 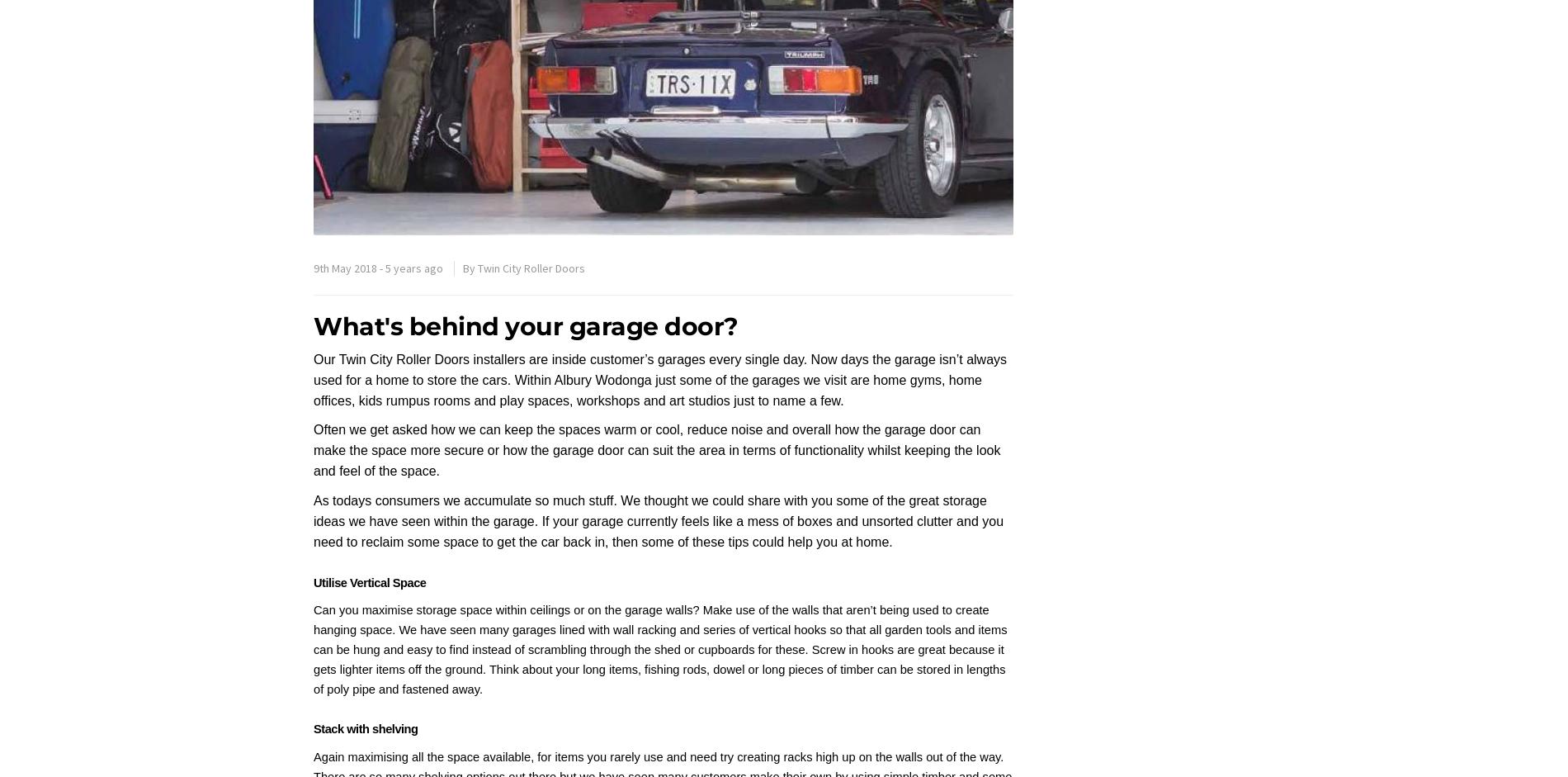 I want to click on 'As todays consumers we accumulate so much stuff. We thought we could share with you some of the great storage ideas we have seen within the garage. If your garage currently feels like a mess of boxes and unsorted clutter and you need to reclaim some space to get the car back in, then some of these tips could help you at home.', so click(x=658, y=520).